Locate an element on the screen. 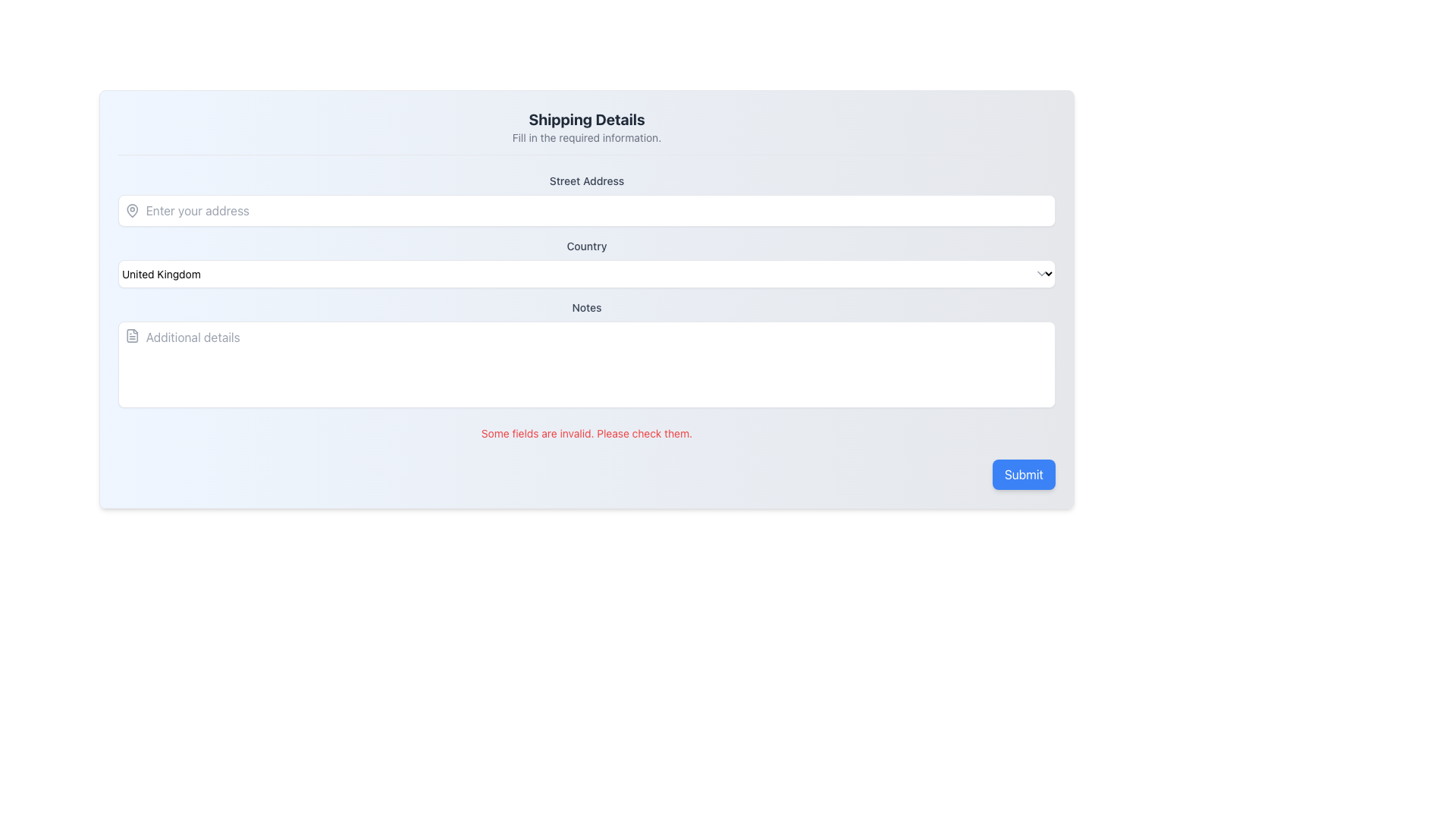 This screenshot has height=819, width=1456. the error message text element that informs the user of validation errors in the form fields to potentially view more information is located at coordinates (585, 433).